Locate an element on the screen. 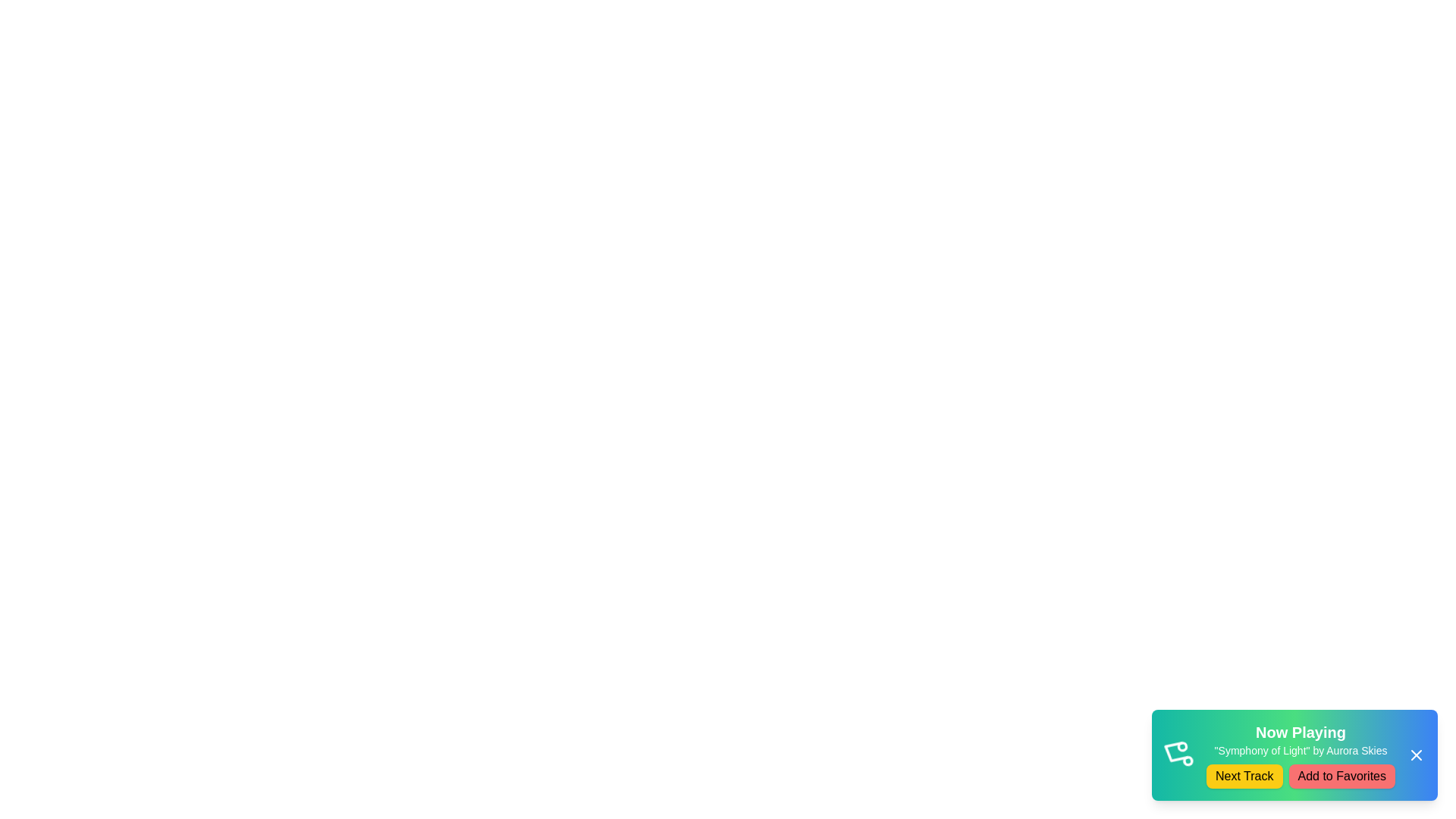 This screenshot has width=1456, height=819. close button (X) to dismiss the snackbar is located at coordinates (1415, 755).